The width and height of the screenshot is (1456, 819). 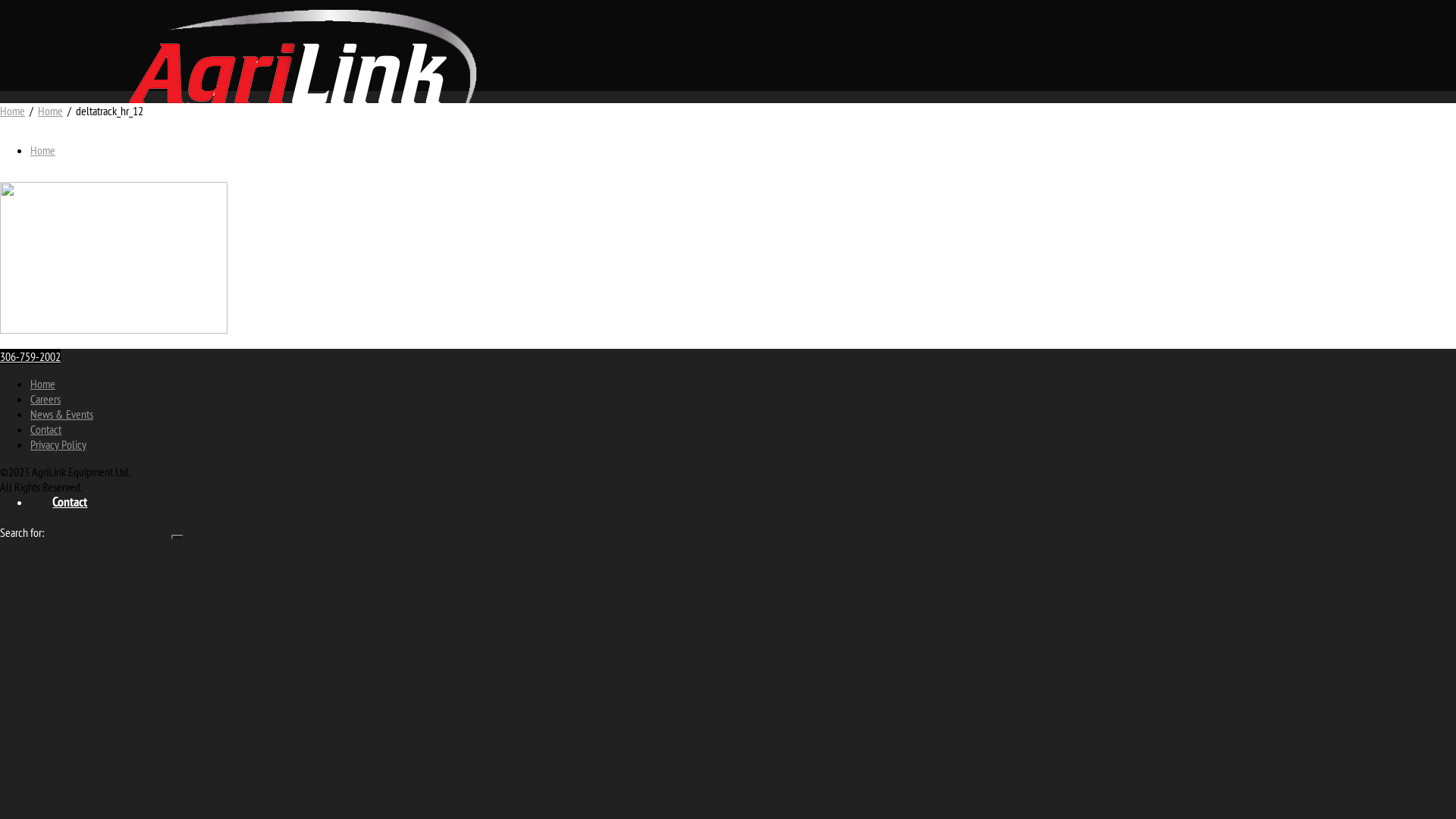 I want to click on 'Search', so click(x=177, y=536).